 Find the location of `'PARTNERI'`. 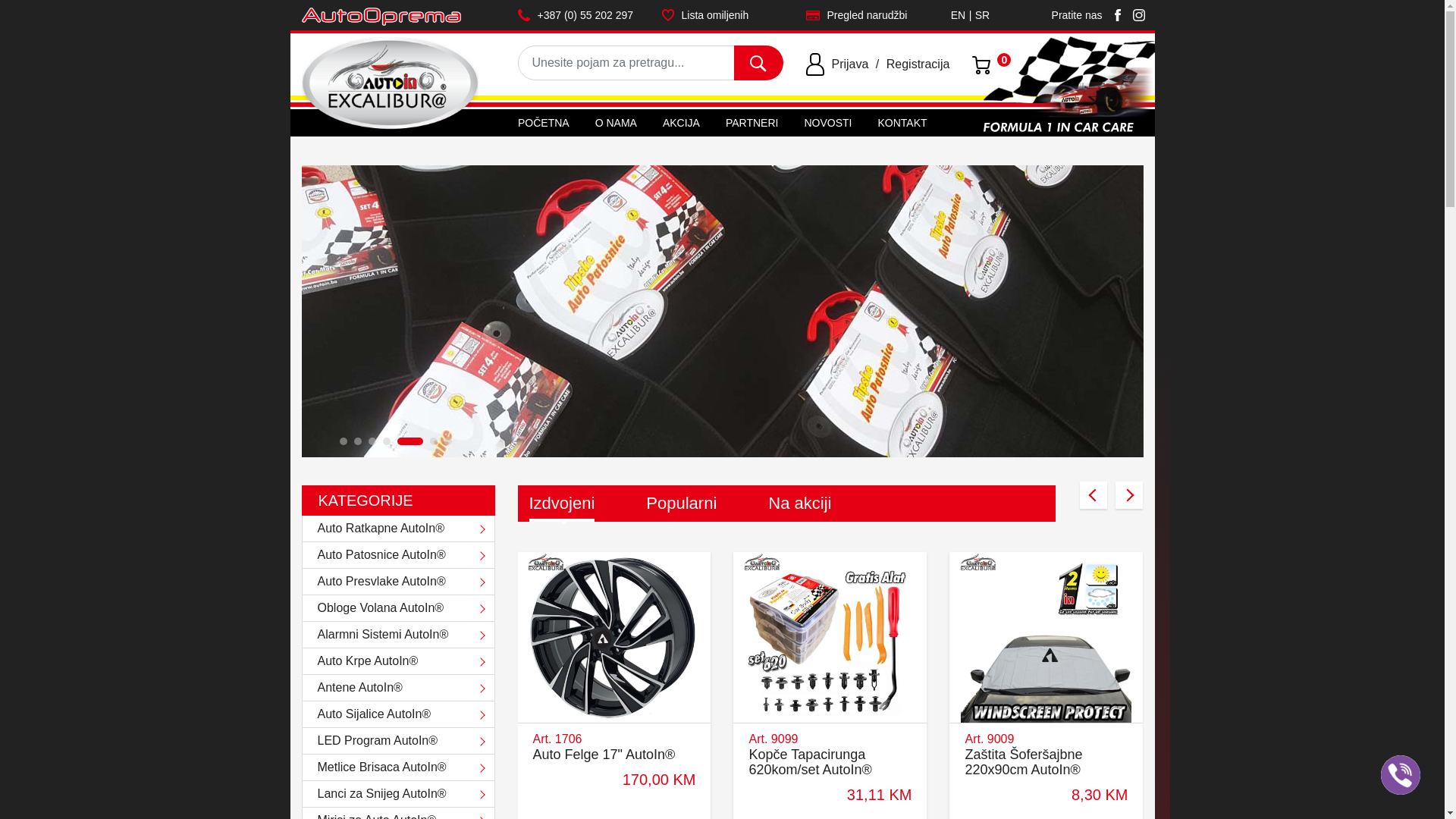

'PARTNERI' is located at coordinates (752, 122).